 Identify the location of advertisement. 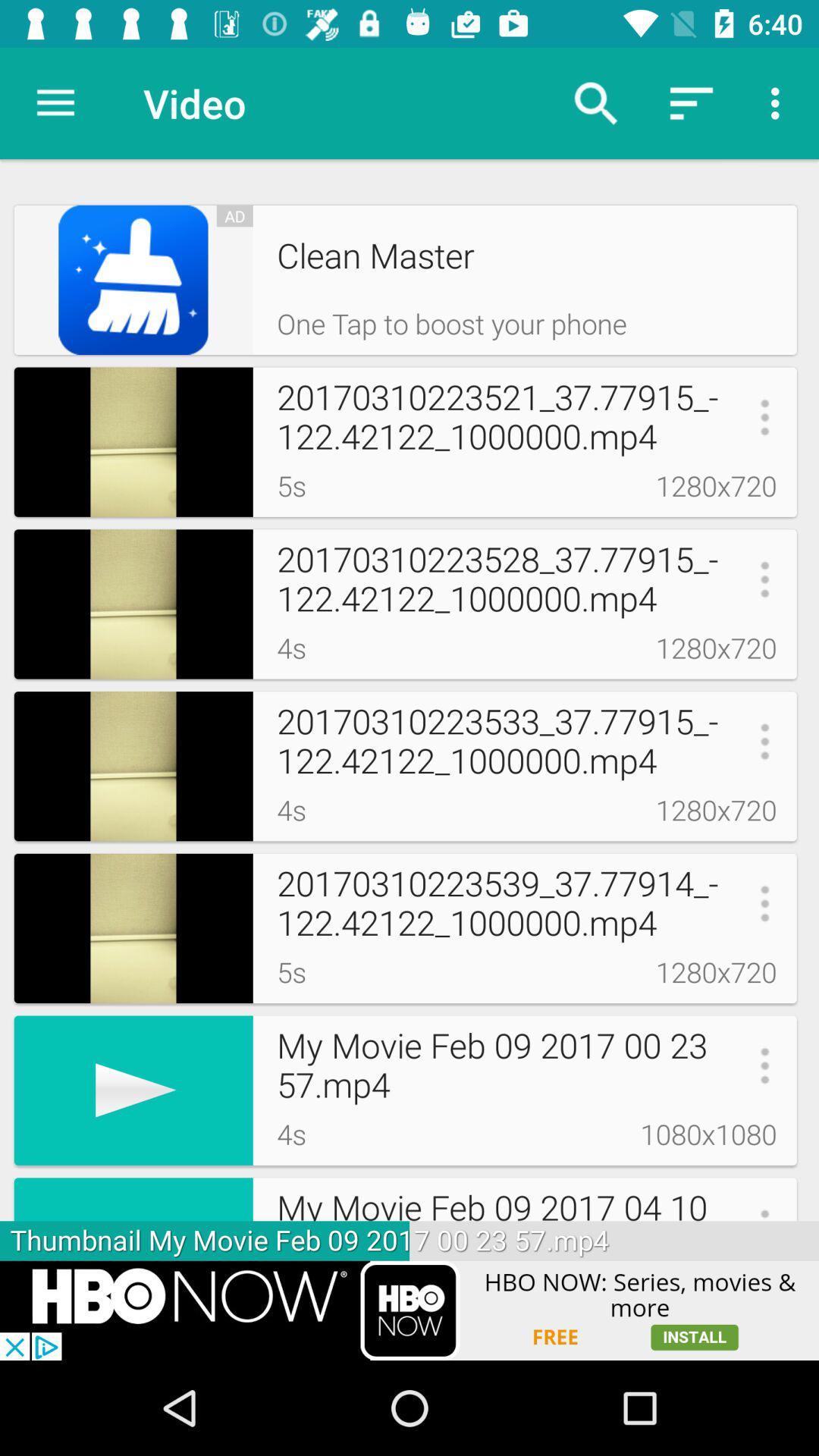
(409, 1310).